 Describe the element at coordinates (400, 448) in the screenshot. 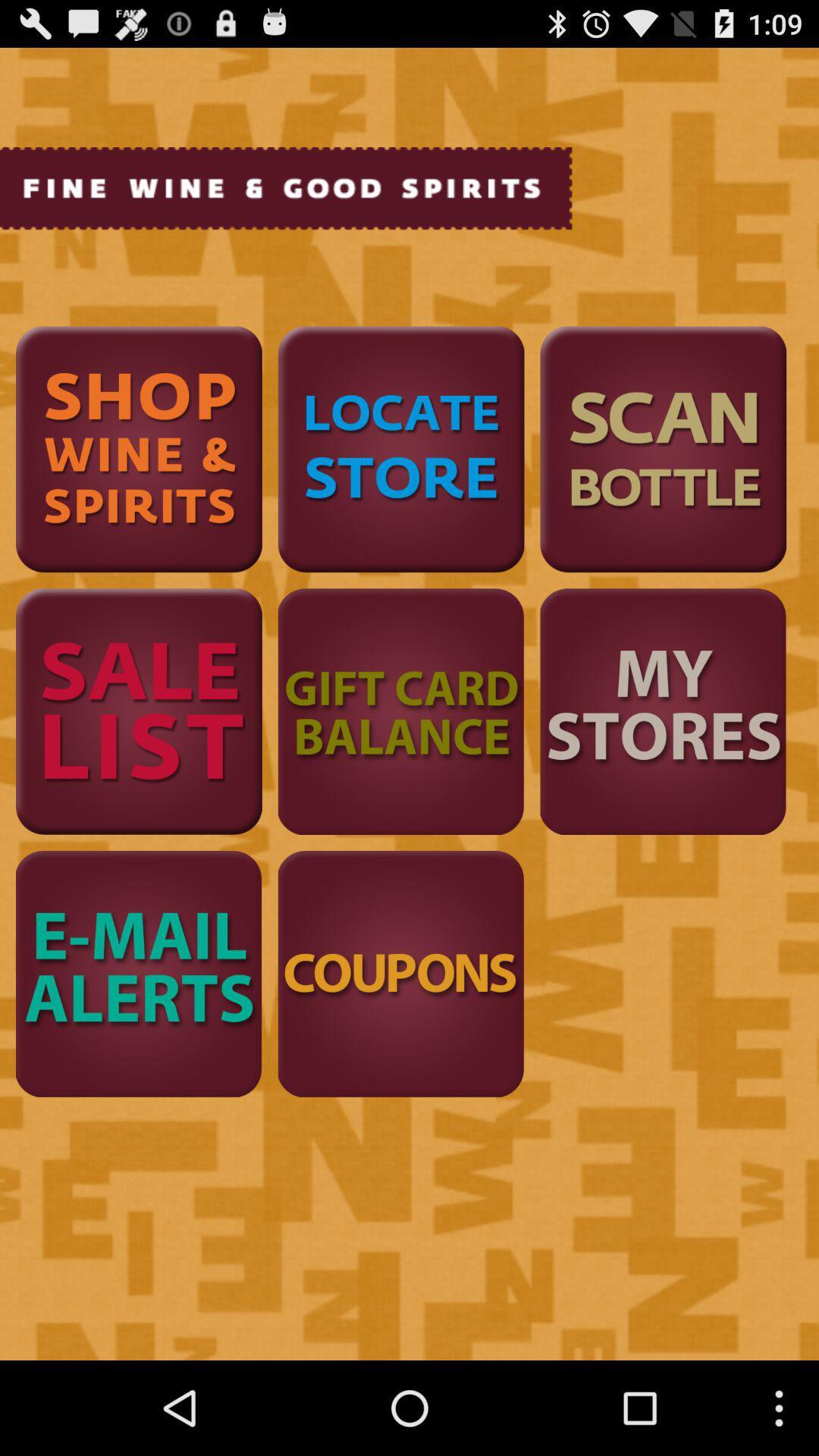

I see `location of stores` at that location.